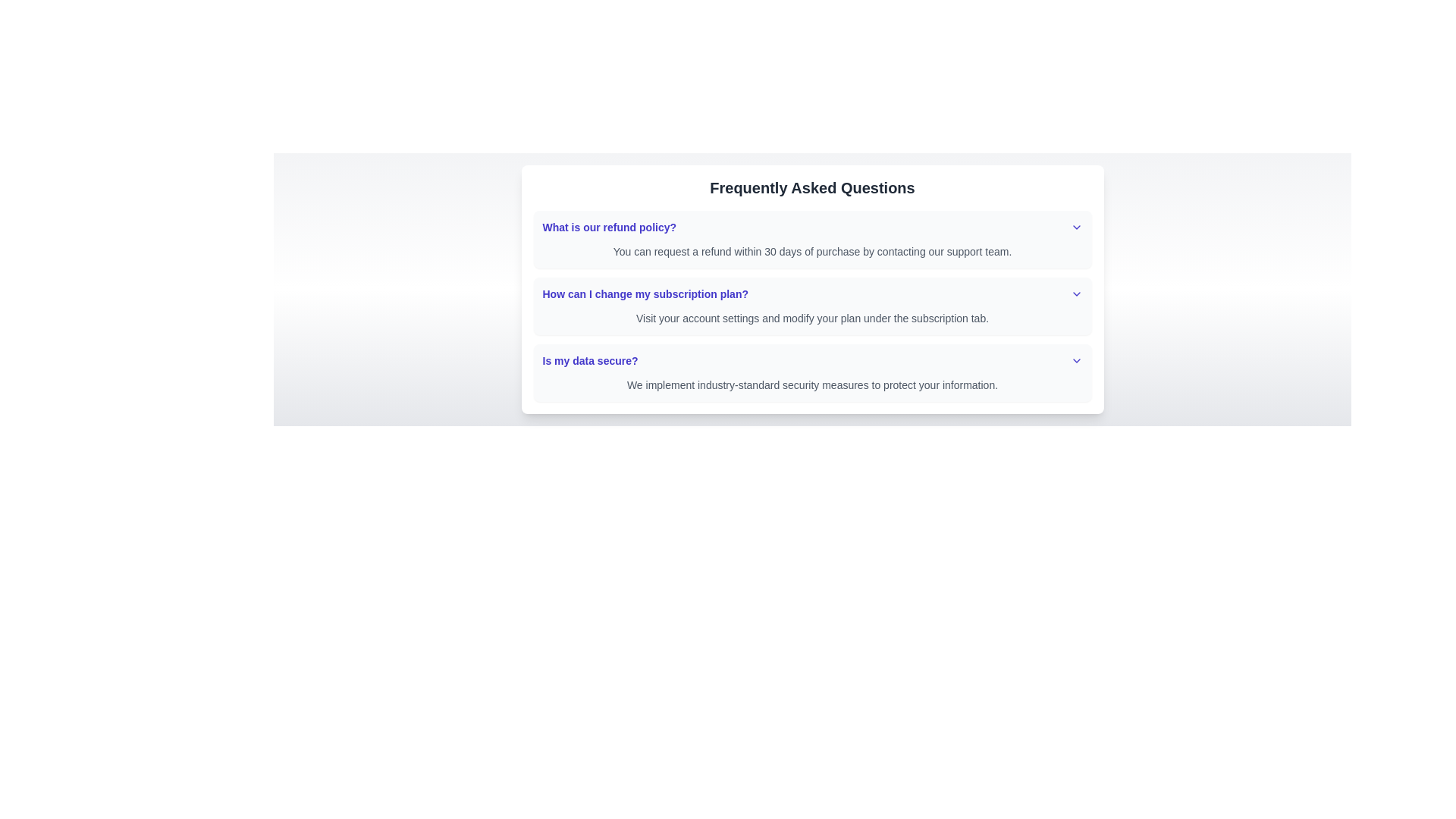 This screenshot has width=1456, height=819. I want to click on the second Expandable FAQ item located between 'What is our refund policy?' and 'Is my data secure?', so click(811, 306).